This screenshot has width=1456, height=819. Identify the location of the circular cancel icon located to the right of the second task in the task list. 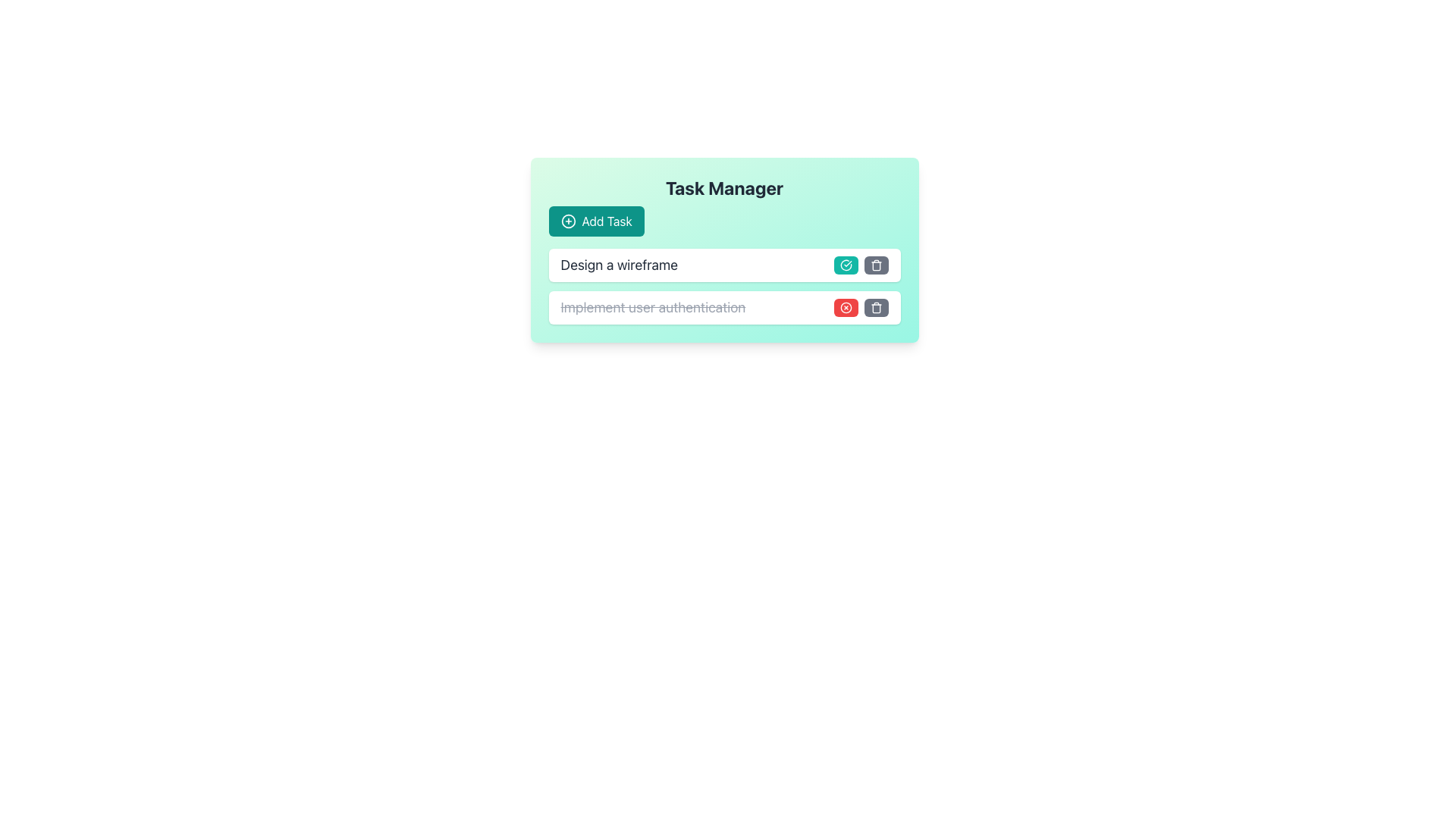
(845, 307).